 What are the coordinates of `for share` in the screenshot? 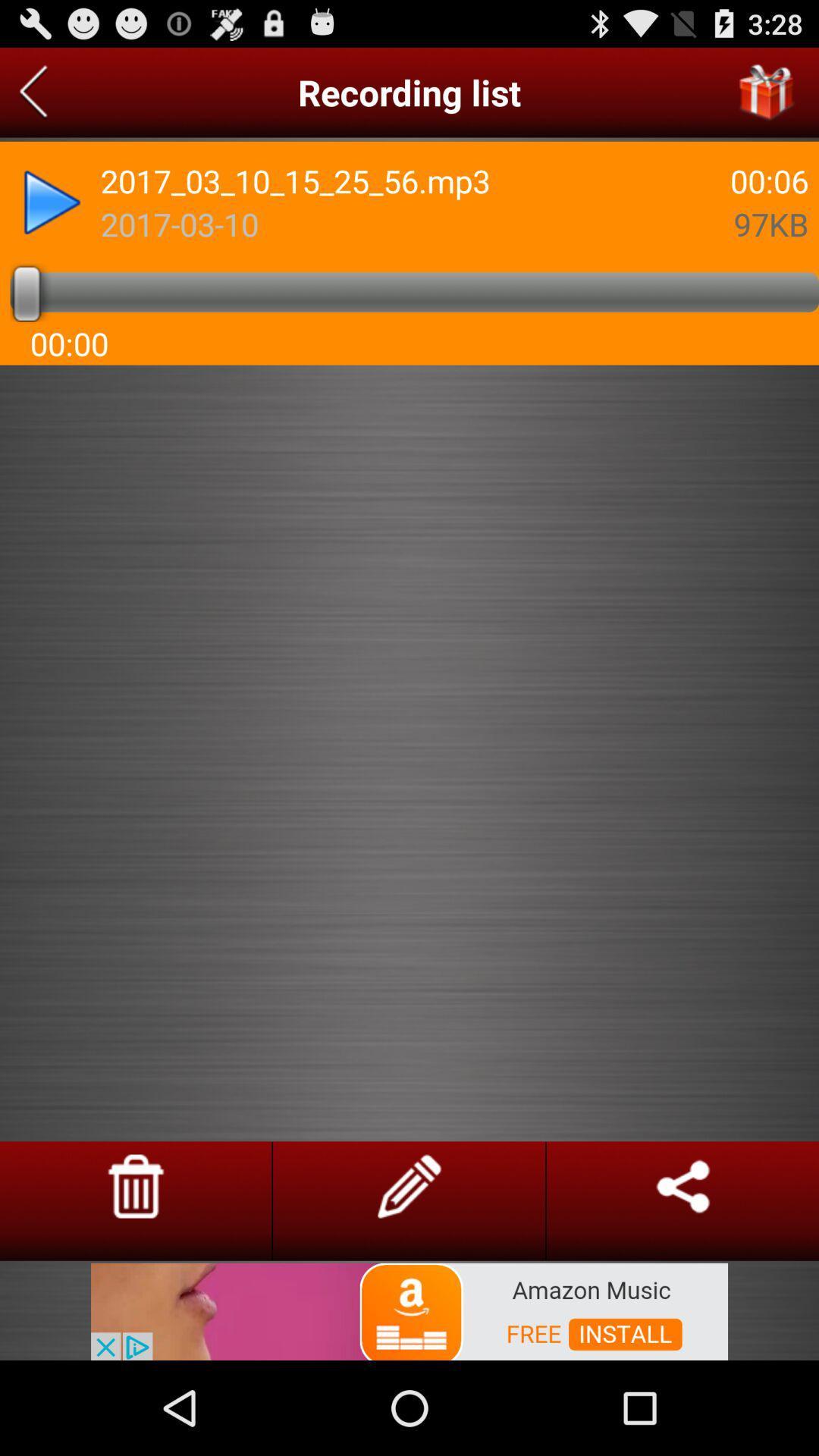 It's located at (682, 1185).